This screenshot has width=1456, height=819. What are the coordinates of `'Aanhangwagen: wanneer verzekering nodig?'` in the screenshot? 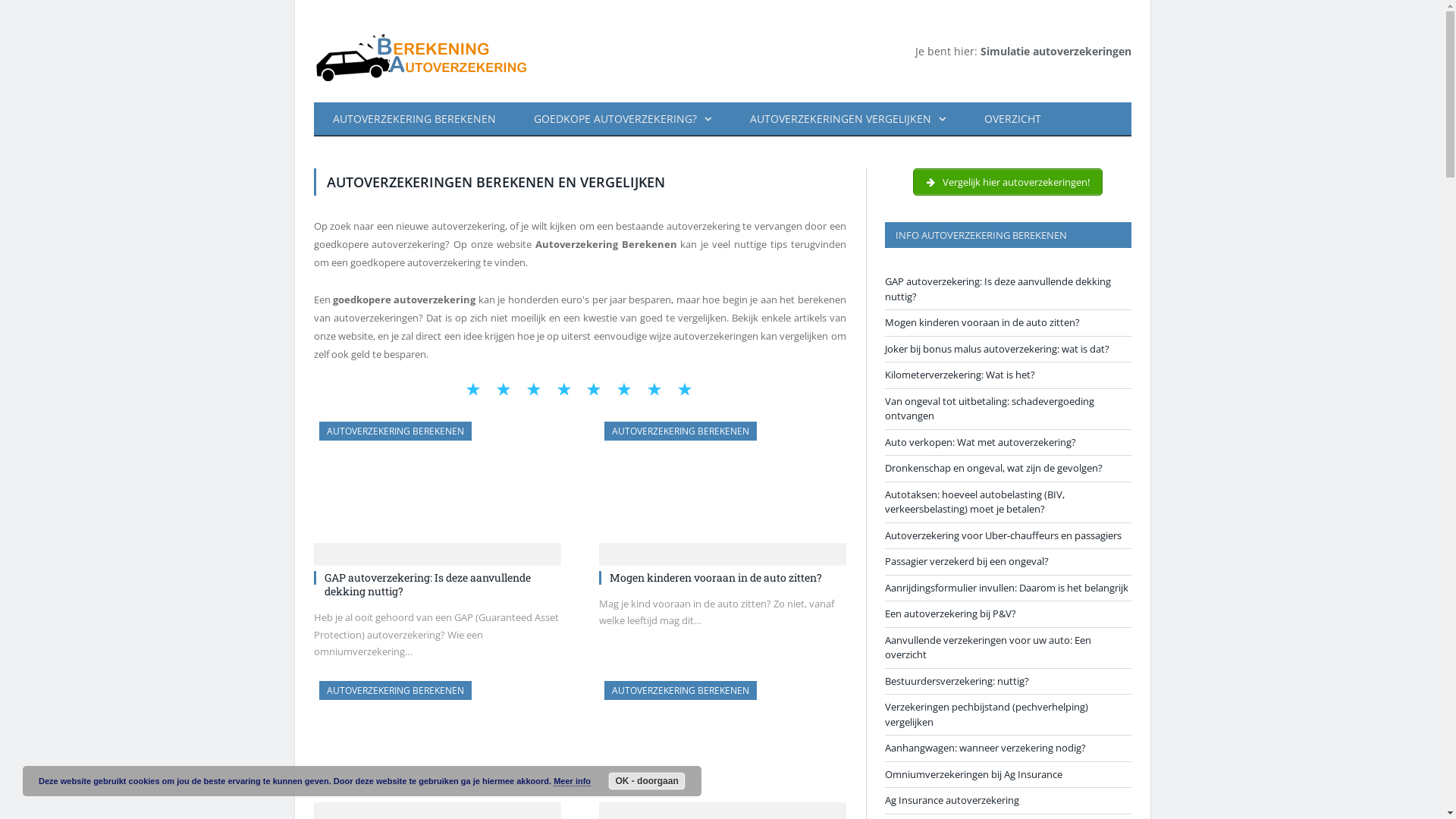 It's located at (984, 747).